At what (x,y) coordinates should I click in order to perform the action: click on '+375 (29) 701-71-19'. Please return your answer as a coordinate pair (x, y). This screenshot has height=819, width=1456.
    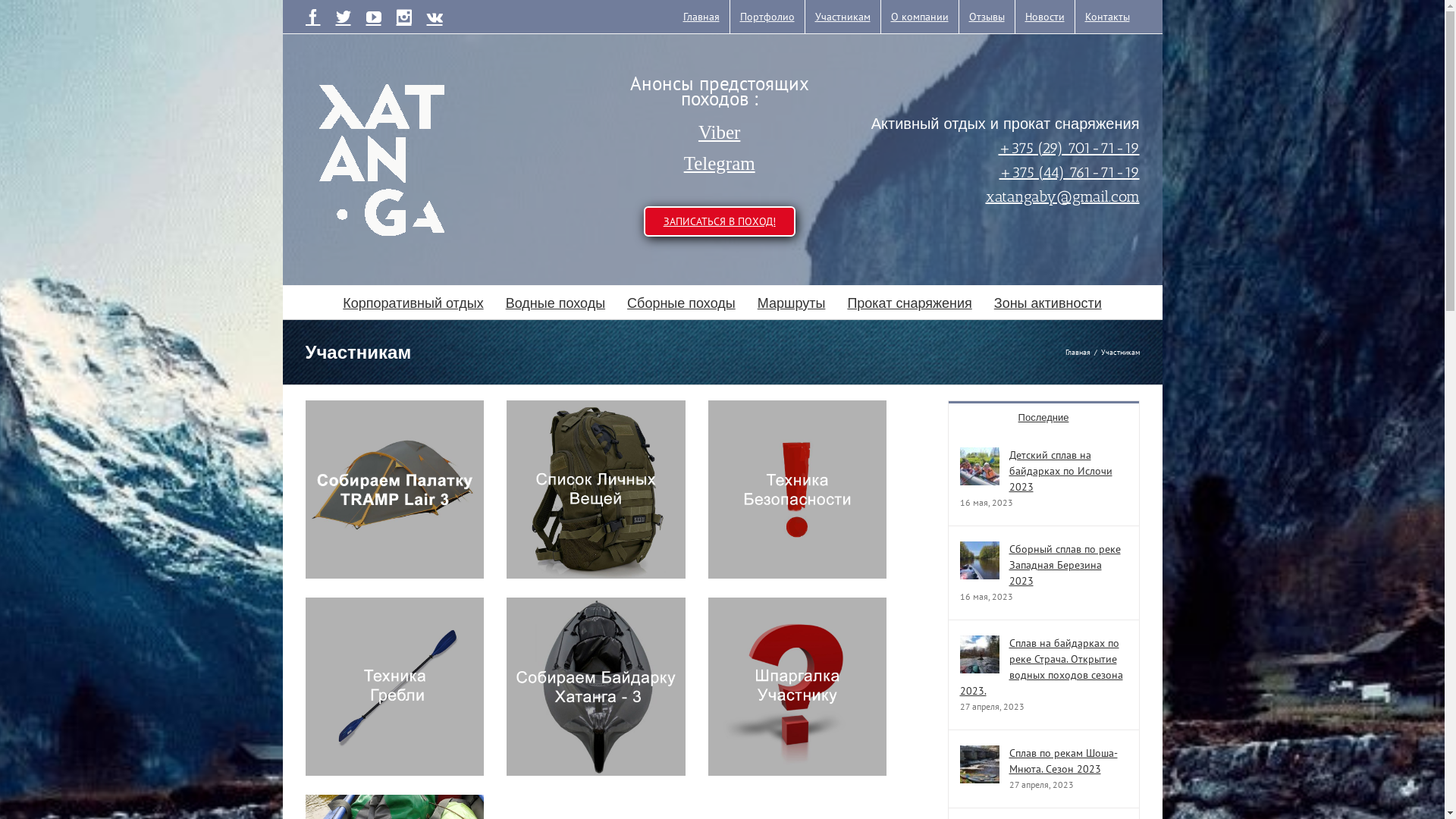
    Looking at the image, I should click on (997, 146).